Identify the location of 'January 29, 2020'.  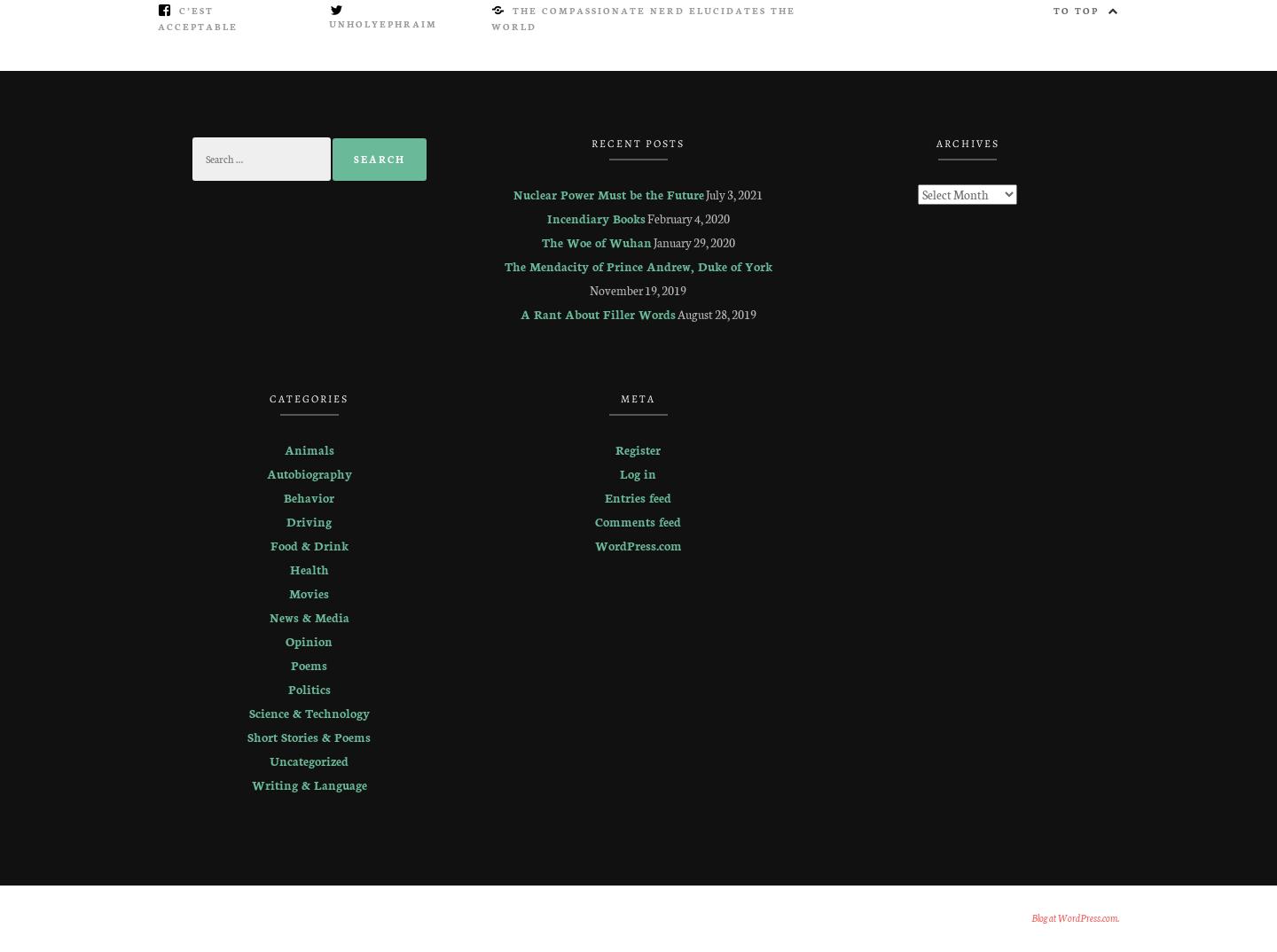
(693, 242).